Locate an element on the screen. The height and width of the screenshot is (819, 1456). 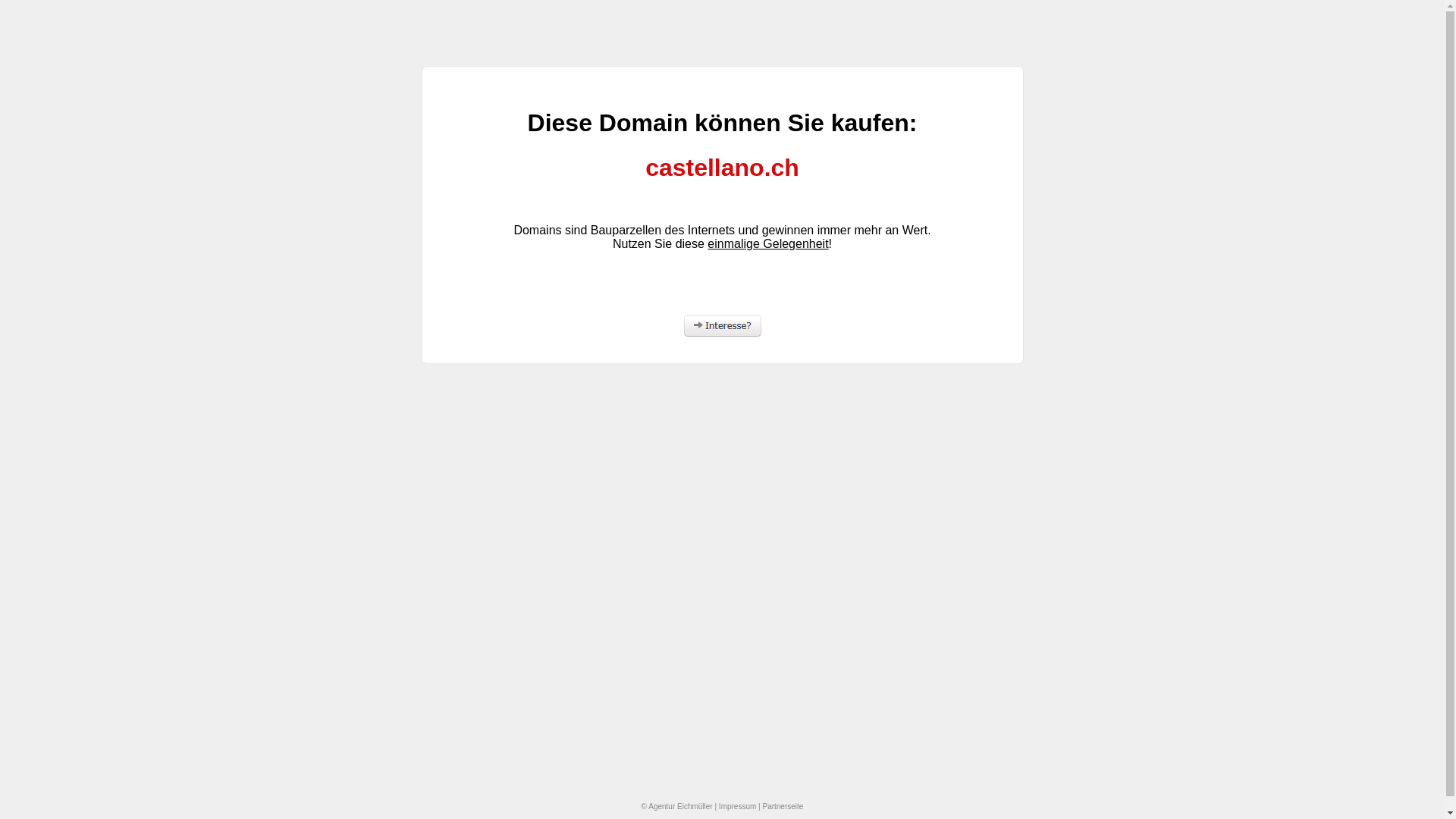
'castellano.ch' is located at coordinates (720, 168).